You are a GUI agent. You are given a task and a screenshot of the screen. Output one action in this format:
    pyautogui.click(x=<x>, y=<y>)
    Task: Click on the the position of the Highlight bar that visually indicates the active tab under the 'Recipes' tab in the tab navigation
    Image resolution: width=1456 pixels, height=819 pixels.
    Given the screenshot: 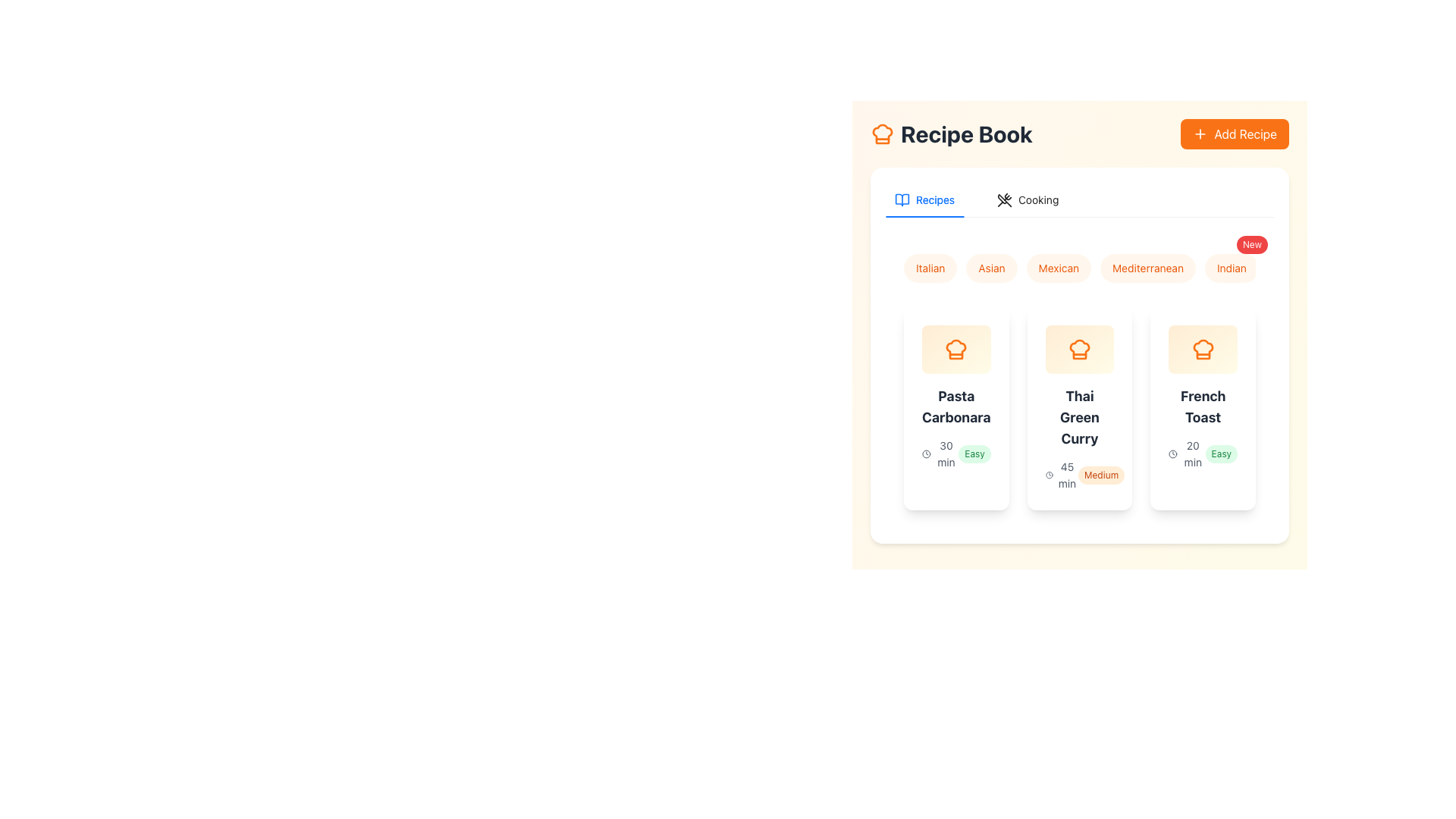 What is the action you would take?
    pyautogui.click(x=924, y=216)
    